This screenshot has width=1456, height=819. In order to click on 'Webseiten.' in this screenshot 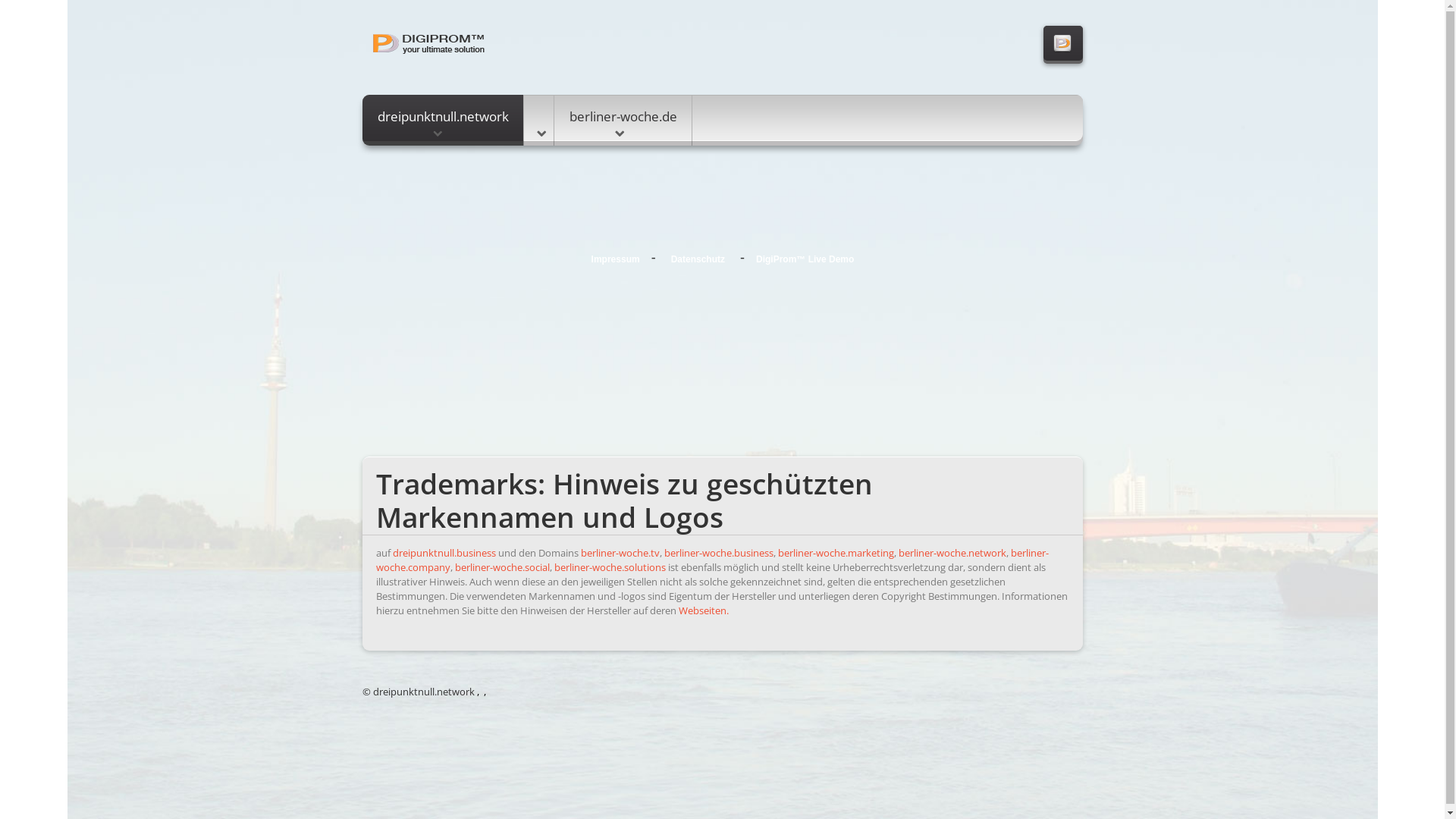, I will do `click(701, 610)`.